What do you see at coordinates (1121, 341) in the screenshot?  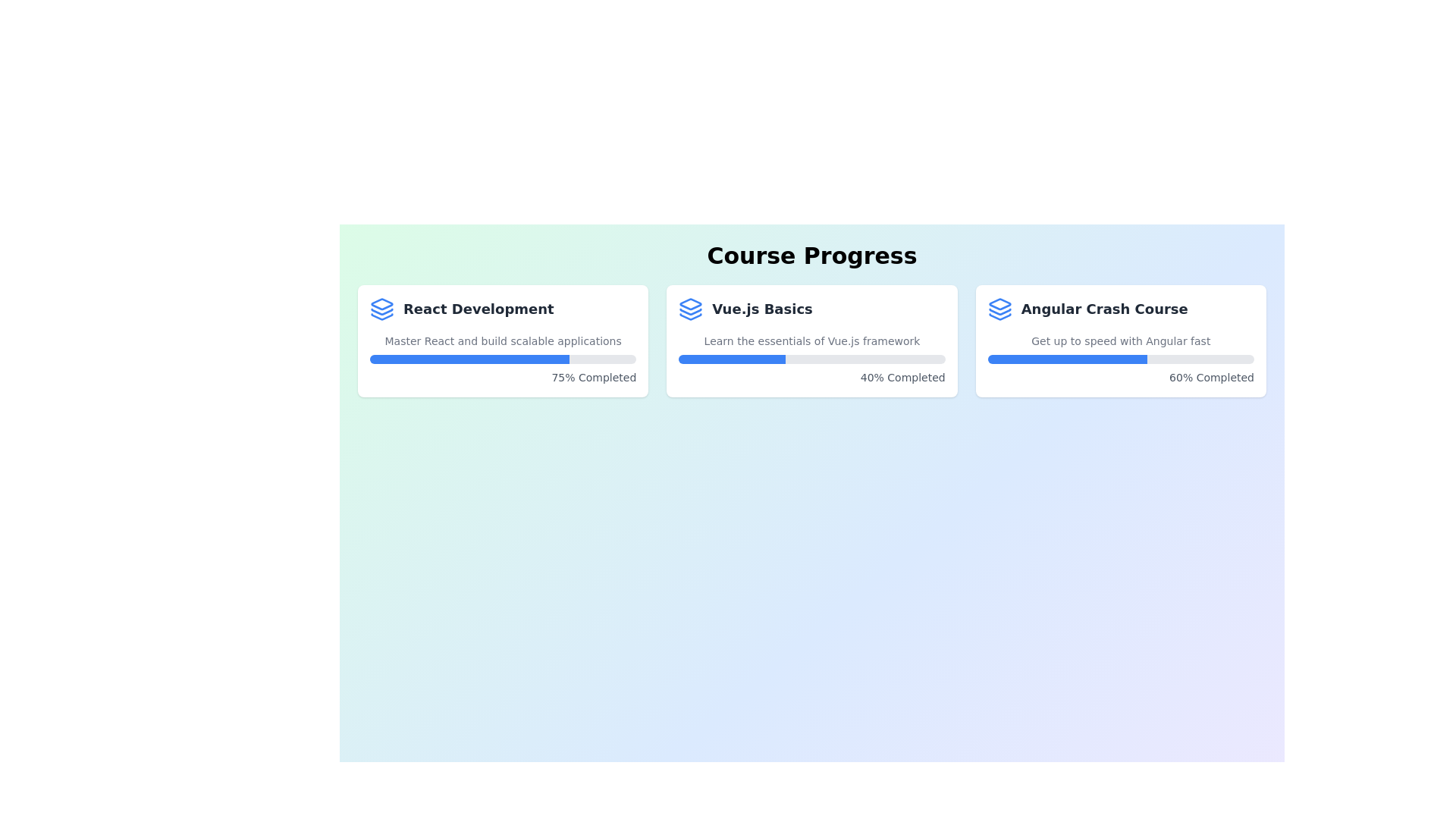 I see `the course card for Angular Crash Course` at bounding box center [1121, 341].